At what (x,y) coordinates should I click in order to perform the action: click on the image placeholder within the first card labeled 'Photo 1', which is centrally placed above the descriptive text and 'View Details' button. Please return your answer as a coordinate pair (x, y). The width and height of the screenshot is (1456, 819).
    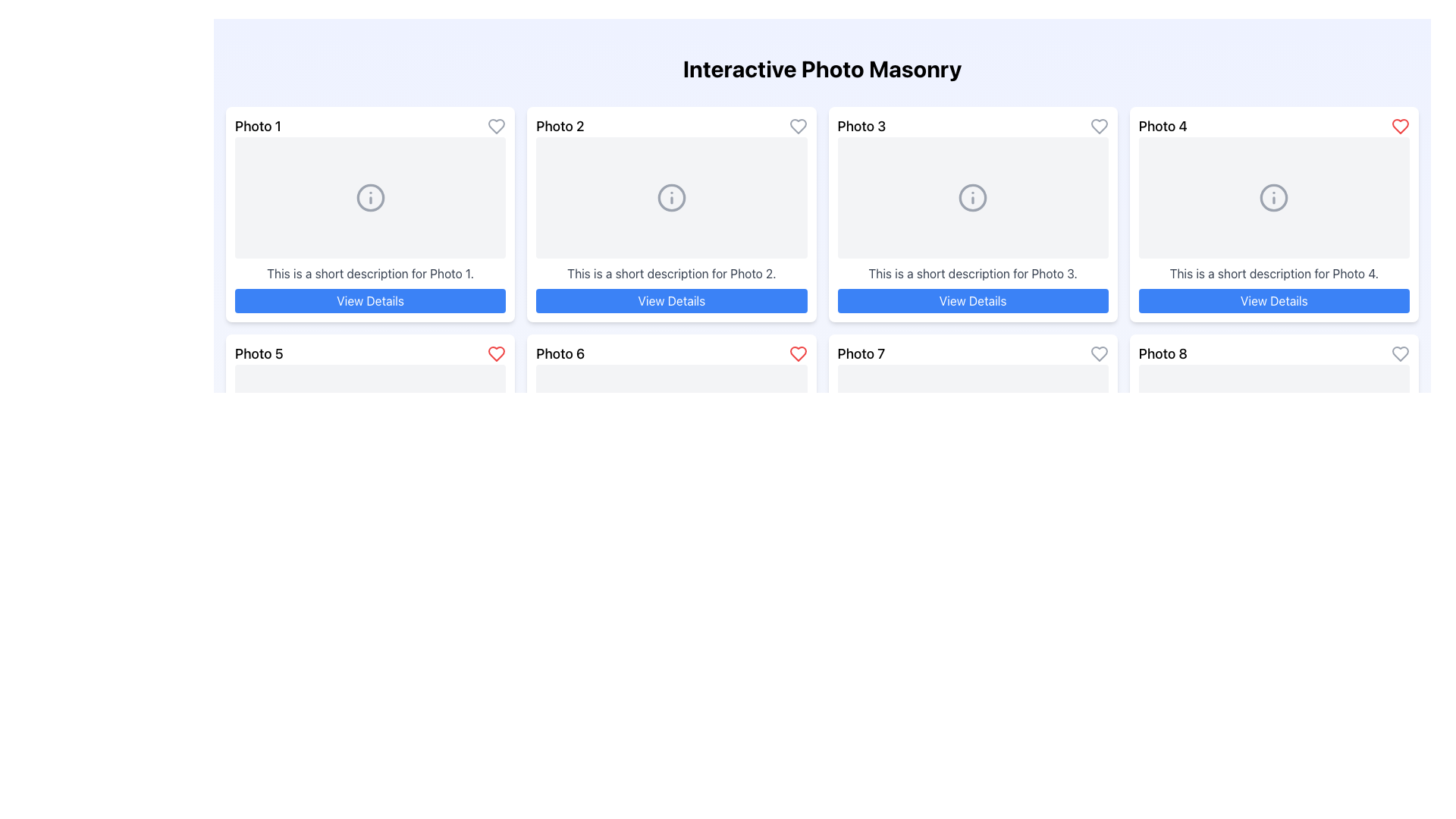
    Looking at the image, I should click on (370, 197).